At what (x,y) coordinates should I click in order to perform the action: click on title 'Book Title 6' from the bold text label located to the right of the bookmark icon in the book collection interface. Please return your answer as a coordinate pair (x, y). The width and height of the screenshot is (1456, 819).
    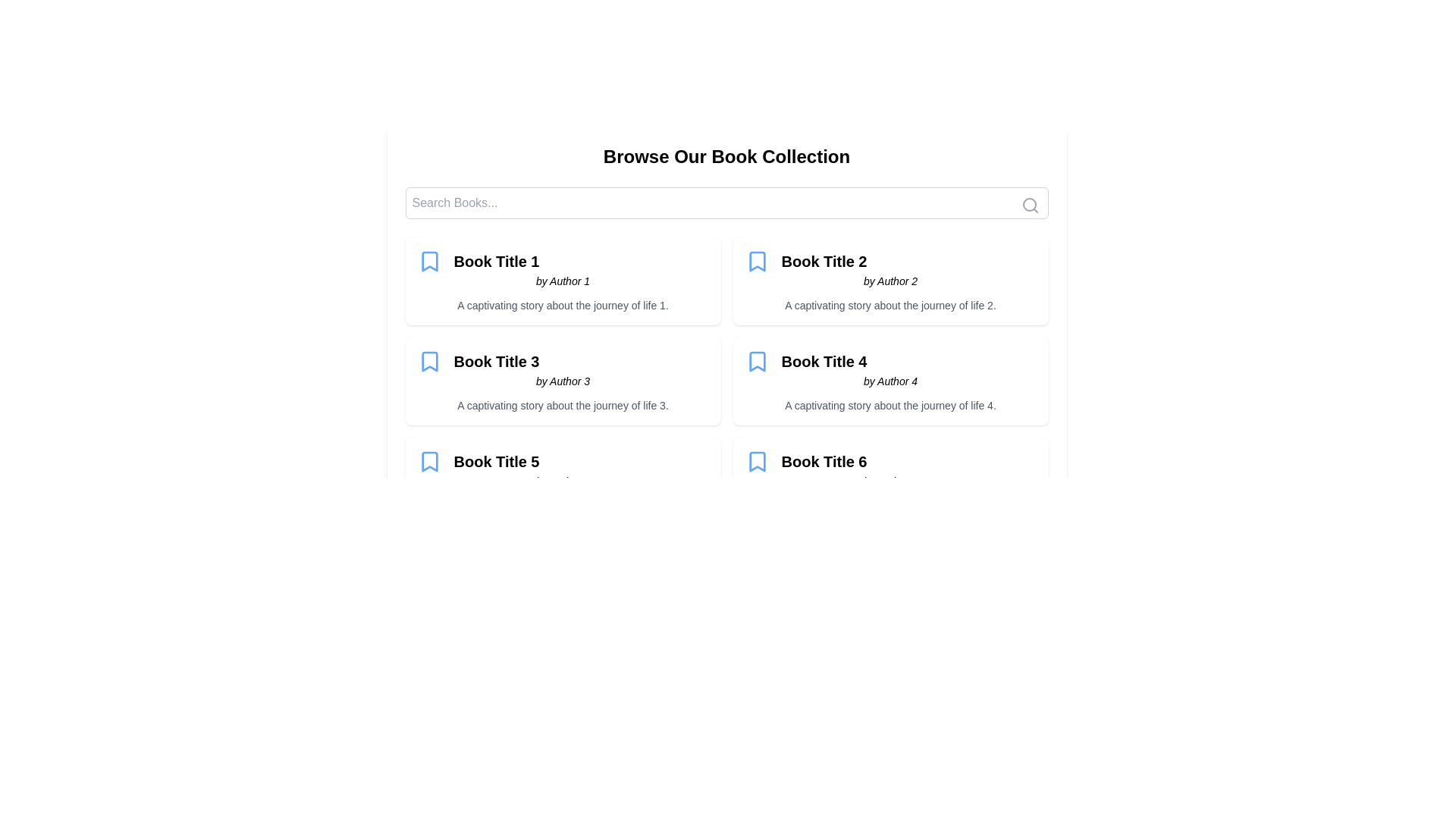
    Looking at the image, I should click on (823, 461).